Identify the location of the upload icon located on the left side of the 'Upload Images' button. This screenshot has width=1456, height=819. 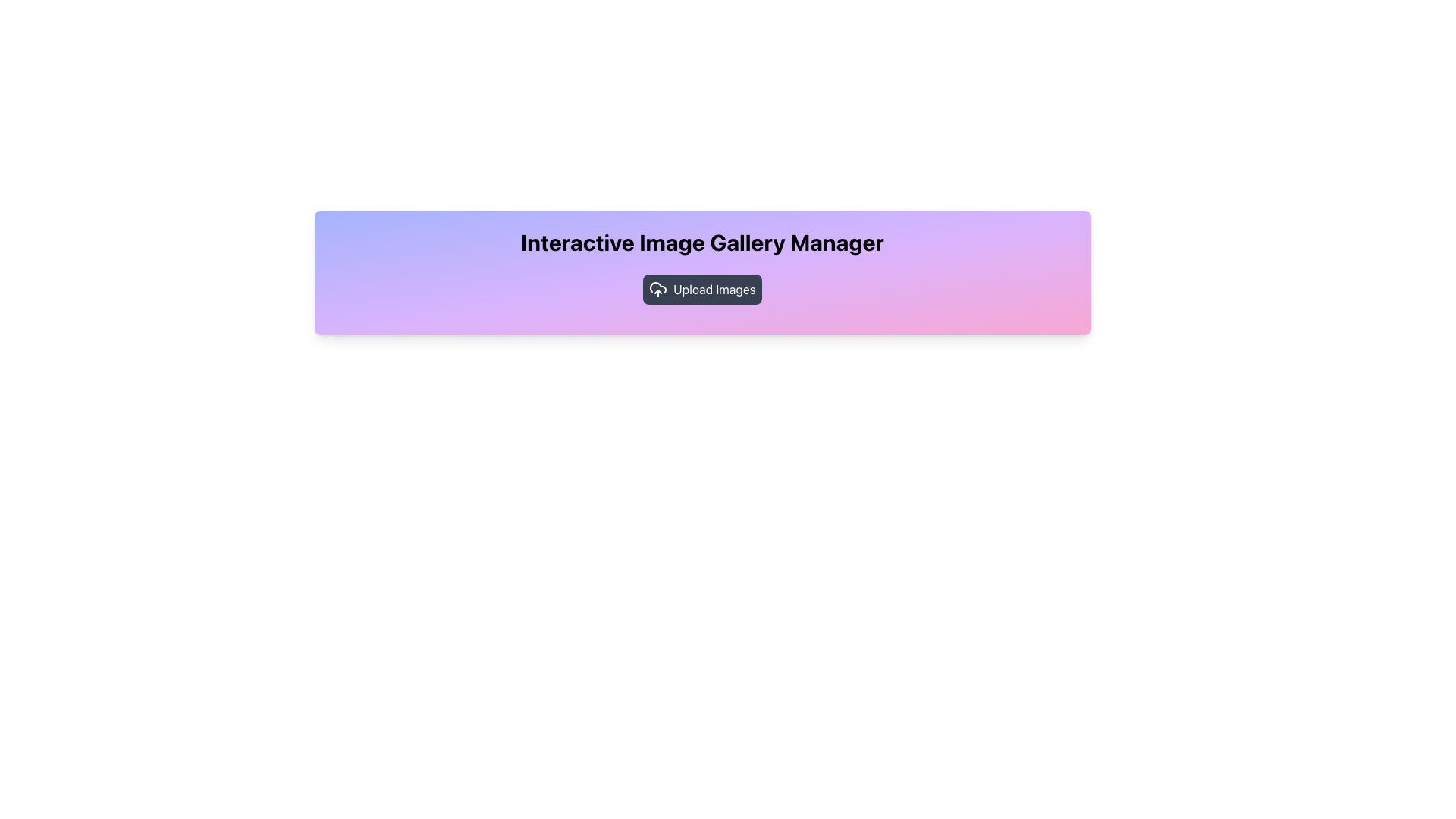
(658, 289).